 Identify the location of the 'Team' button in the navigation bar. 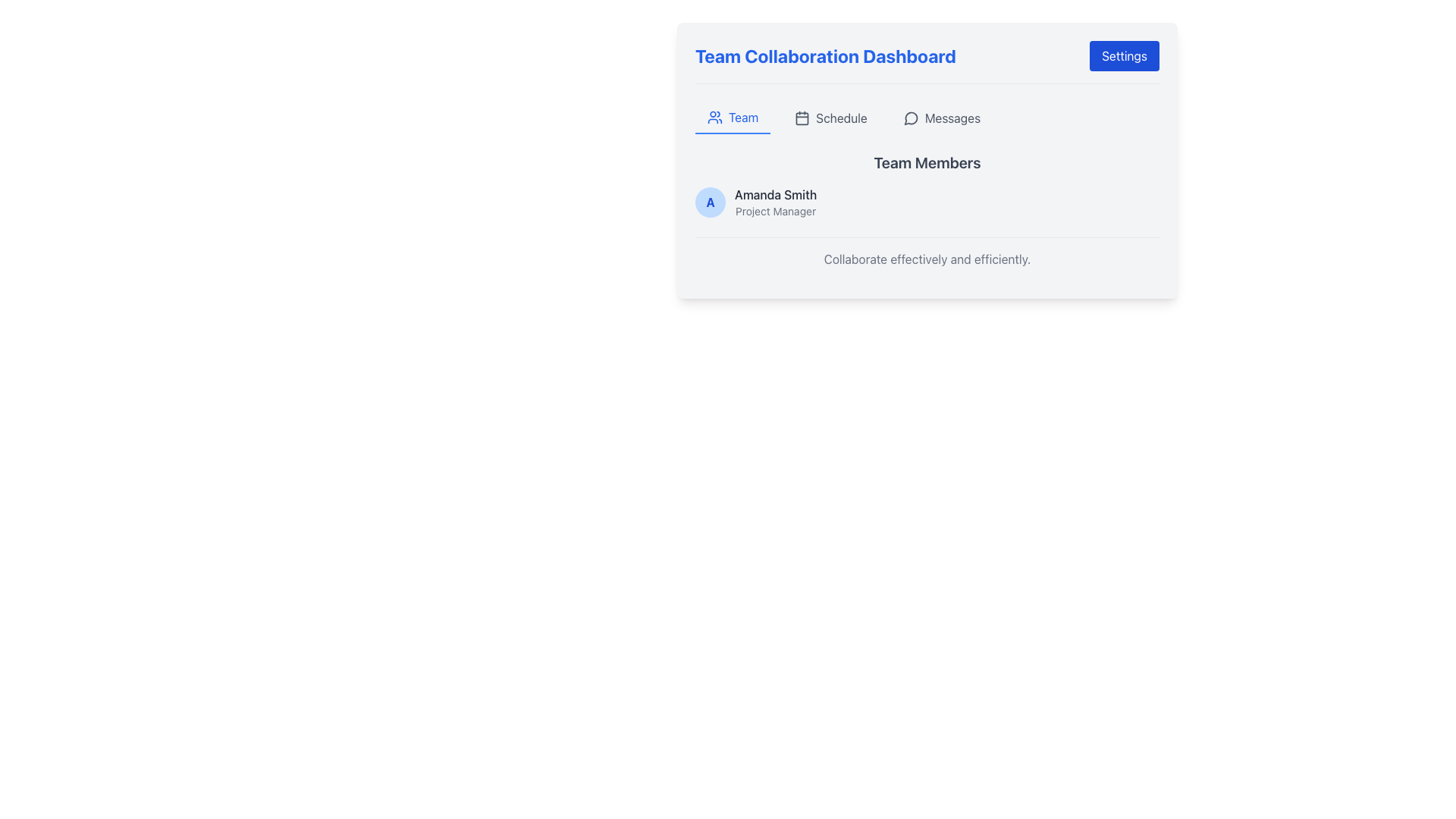
(733, 117).